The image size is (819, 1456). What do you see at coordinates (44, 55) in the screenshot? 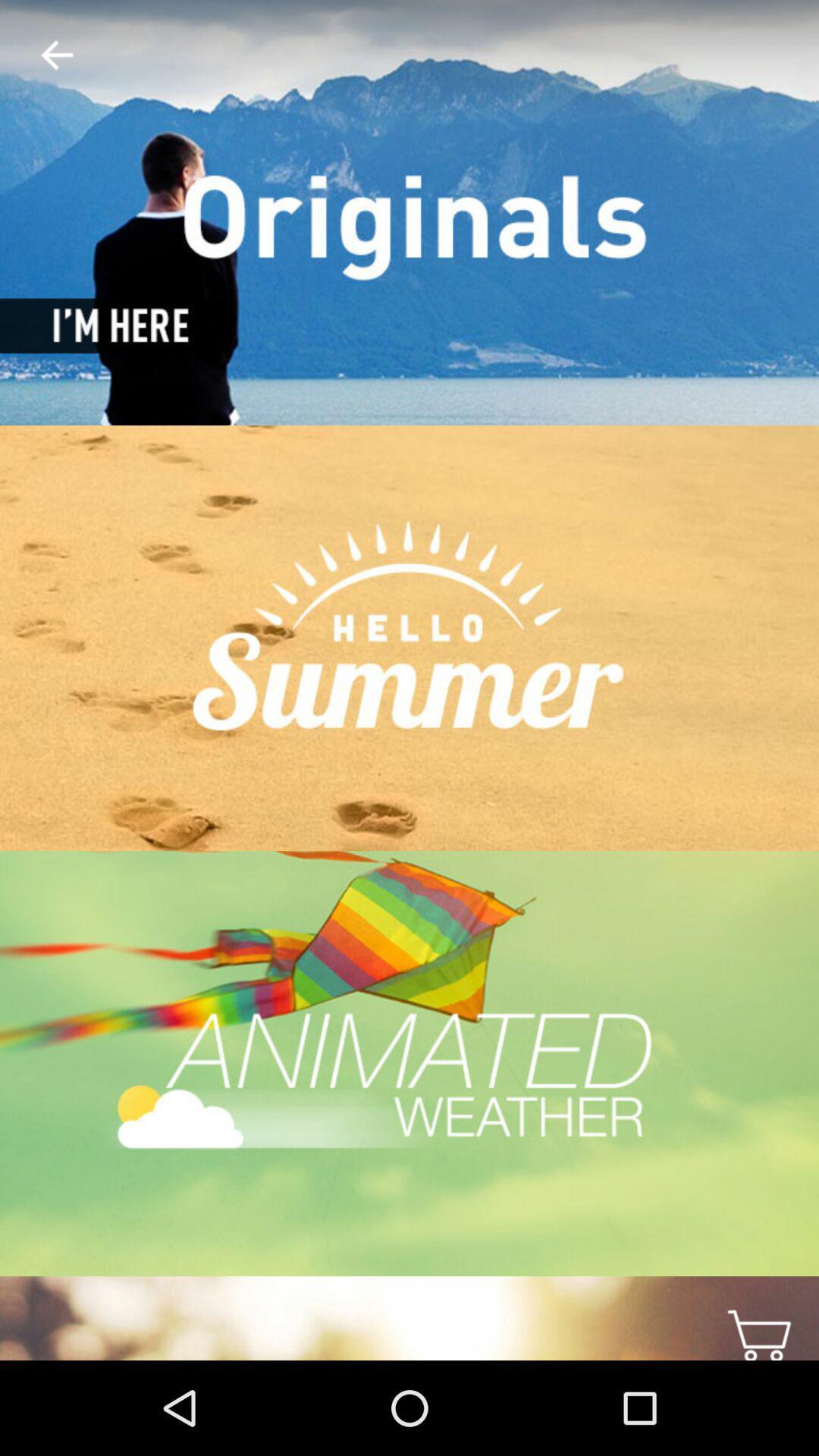
I see `the arrow_backward icon` at bounding box center [44, 55].